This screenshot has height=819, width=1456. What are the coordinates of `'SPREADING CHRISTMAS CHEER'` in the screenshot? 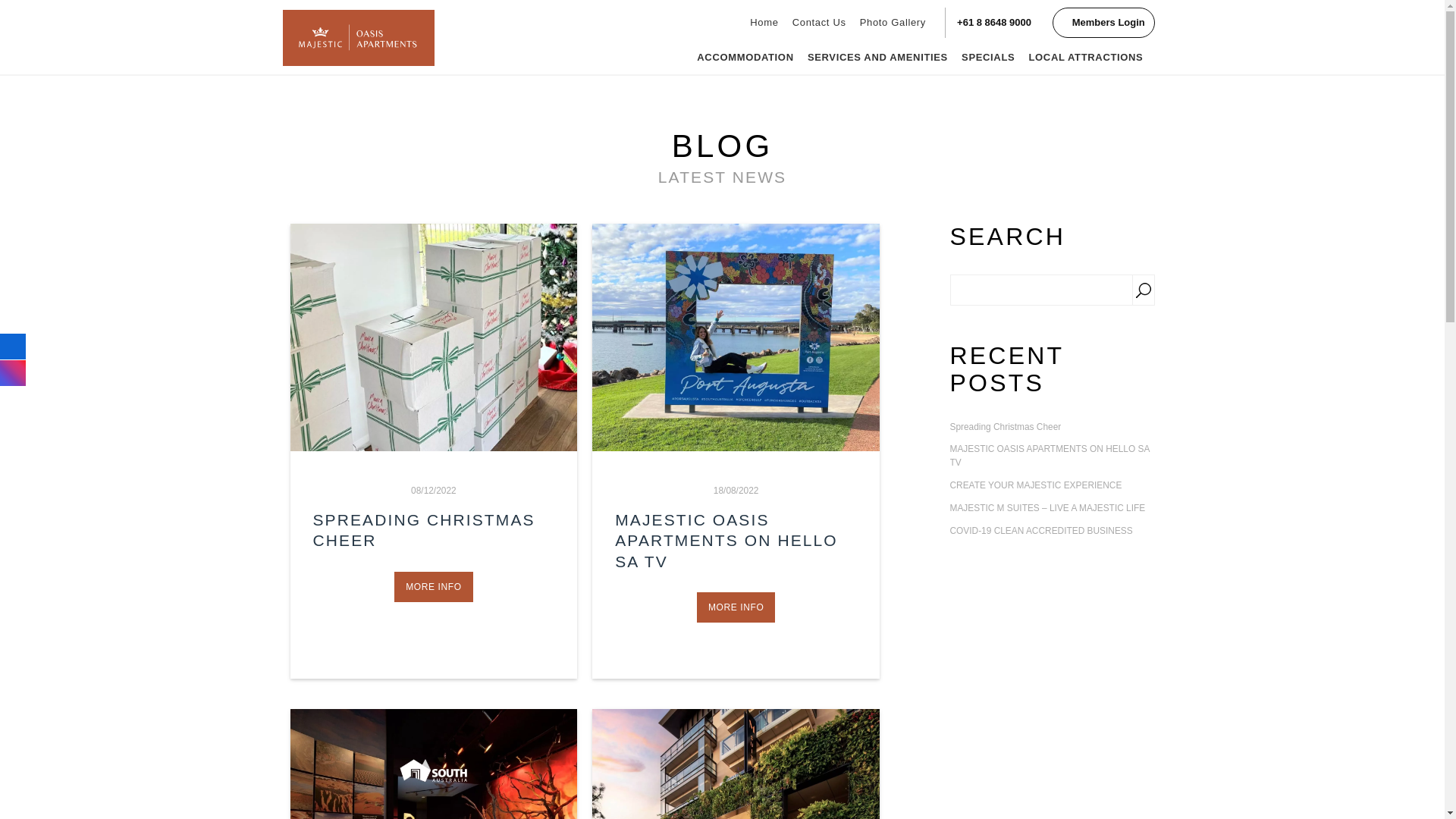 It's located at (423, 529).